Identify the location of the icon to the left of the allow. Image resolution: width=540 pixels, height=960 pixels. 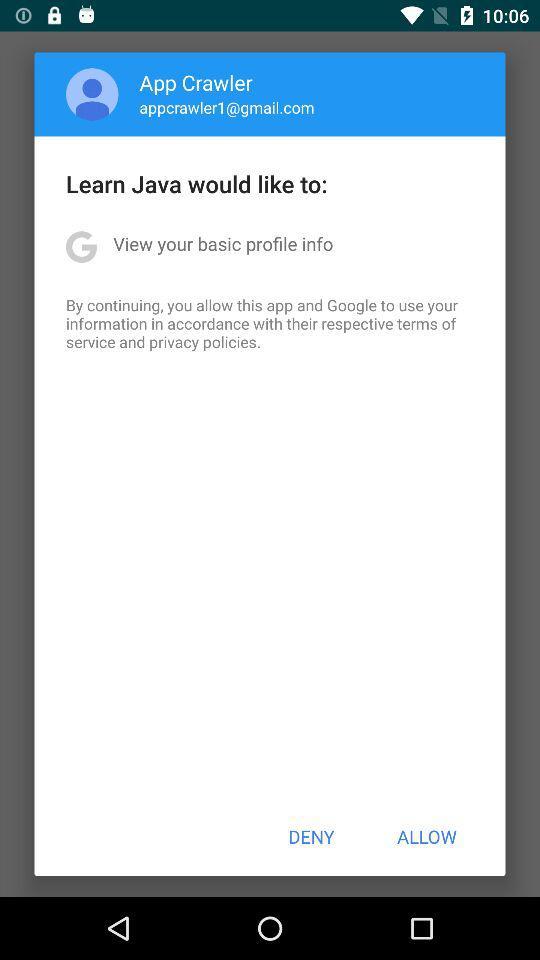
(311, 836).